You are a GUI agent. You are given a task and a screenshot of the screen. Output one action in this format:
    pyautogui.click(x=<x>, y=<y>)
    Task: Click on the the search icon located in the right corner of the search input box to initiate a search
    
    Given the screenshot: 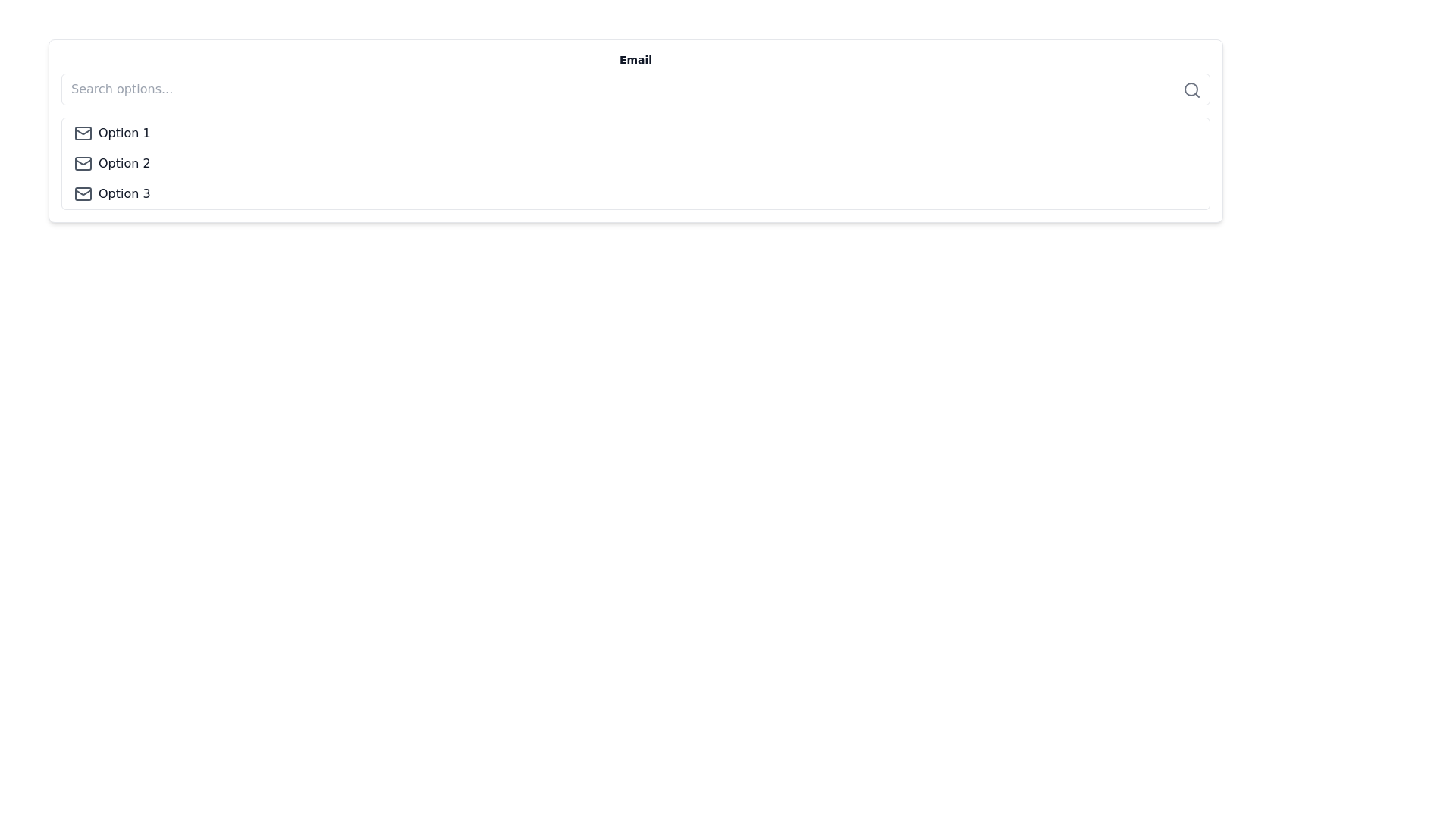 What is the action you would take?
    pyautogui.click(x=1191, y=90)
    